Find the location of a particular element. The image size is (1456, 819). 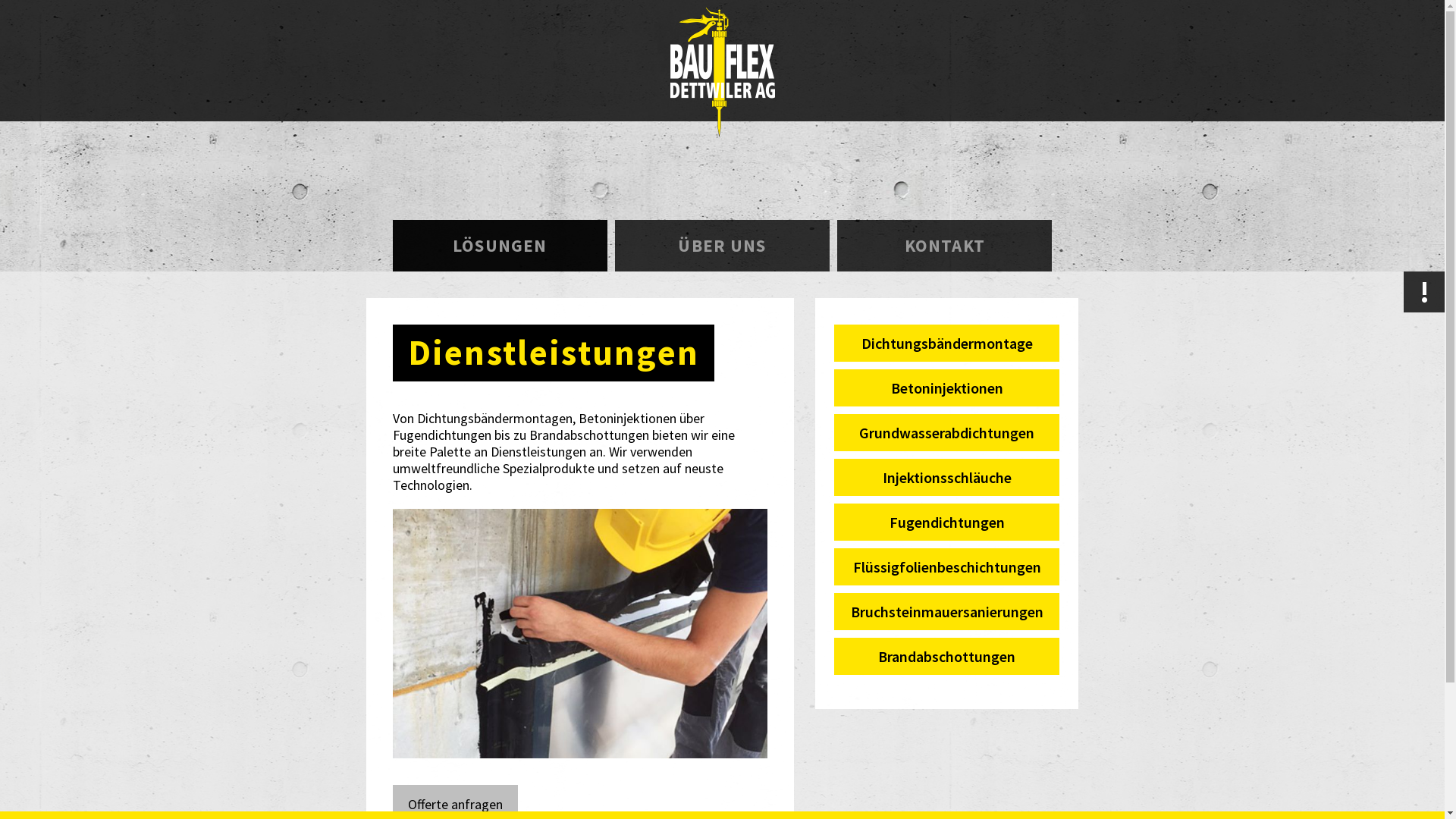

'Fugendichtungen' is located at coordinates (946, 521).